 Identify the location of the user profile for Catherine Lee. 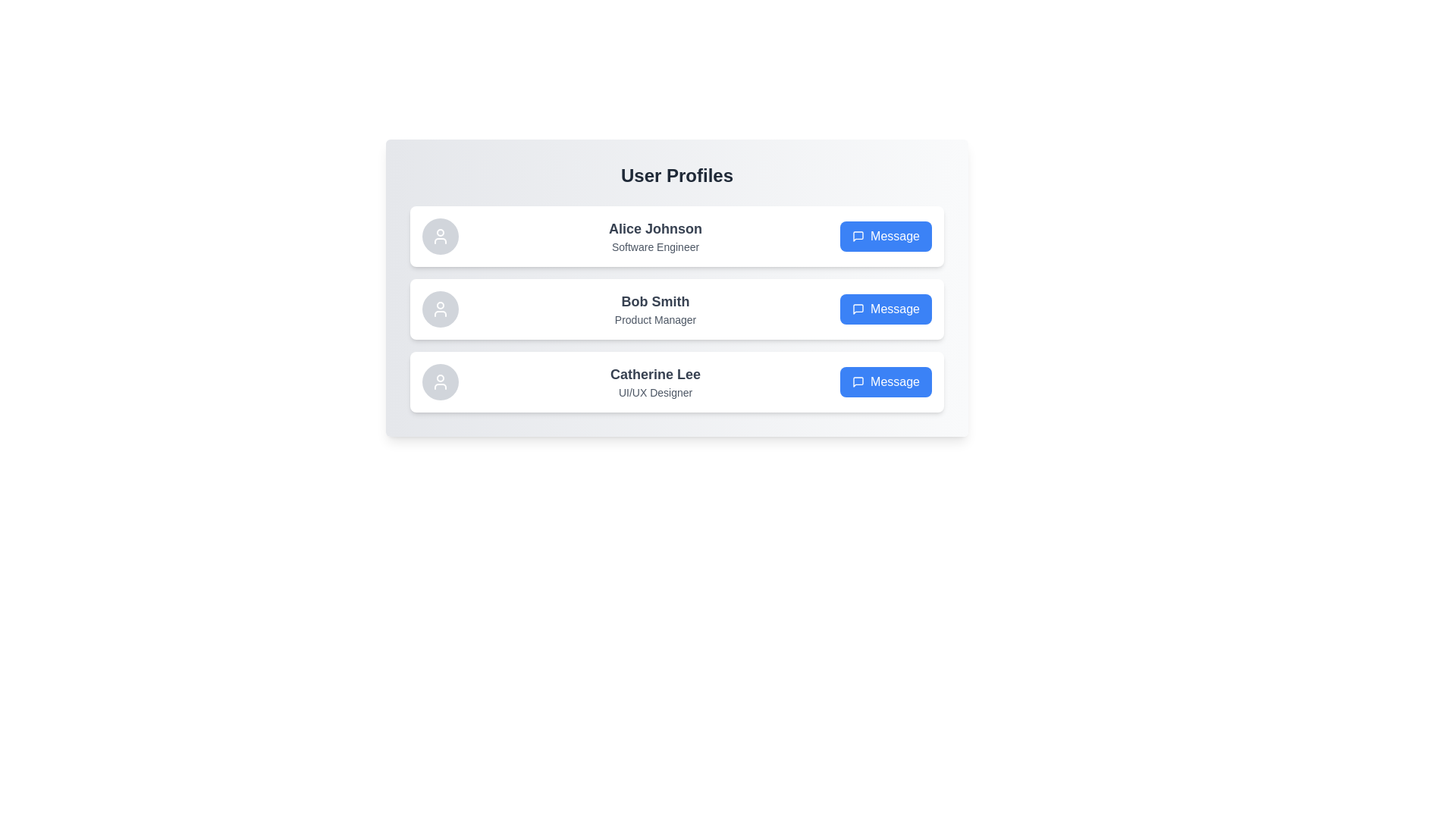
(676, 381).